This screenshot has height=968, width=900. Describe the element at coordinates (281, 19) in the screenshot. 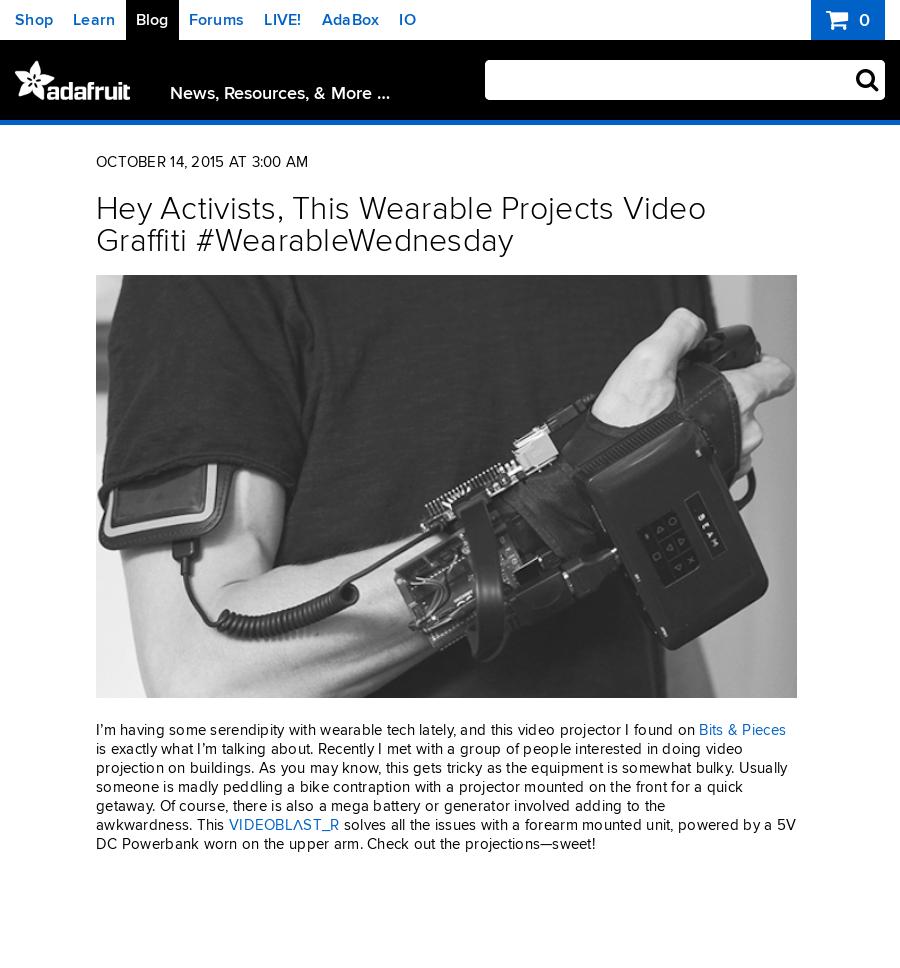

I see `'LIVE!'` at that location.